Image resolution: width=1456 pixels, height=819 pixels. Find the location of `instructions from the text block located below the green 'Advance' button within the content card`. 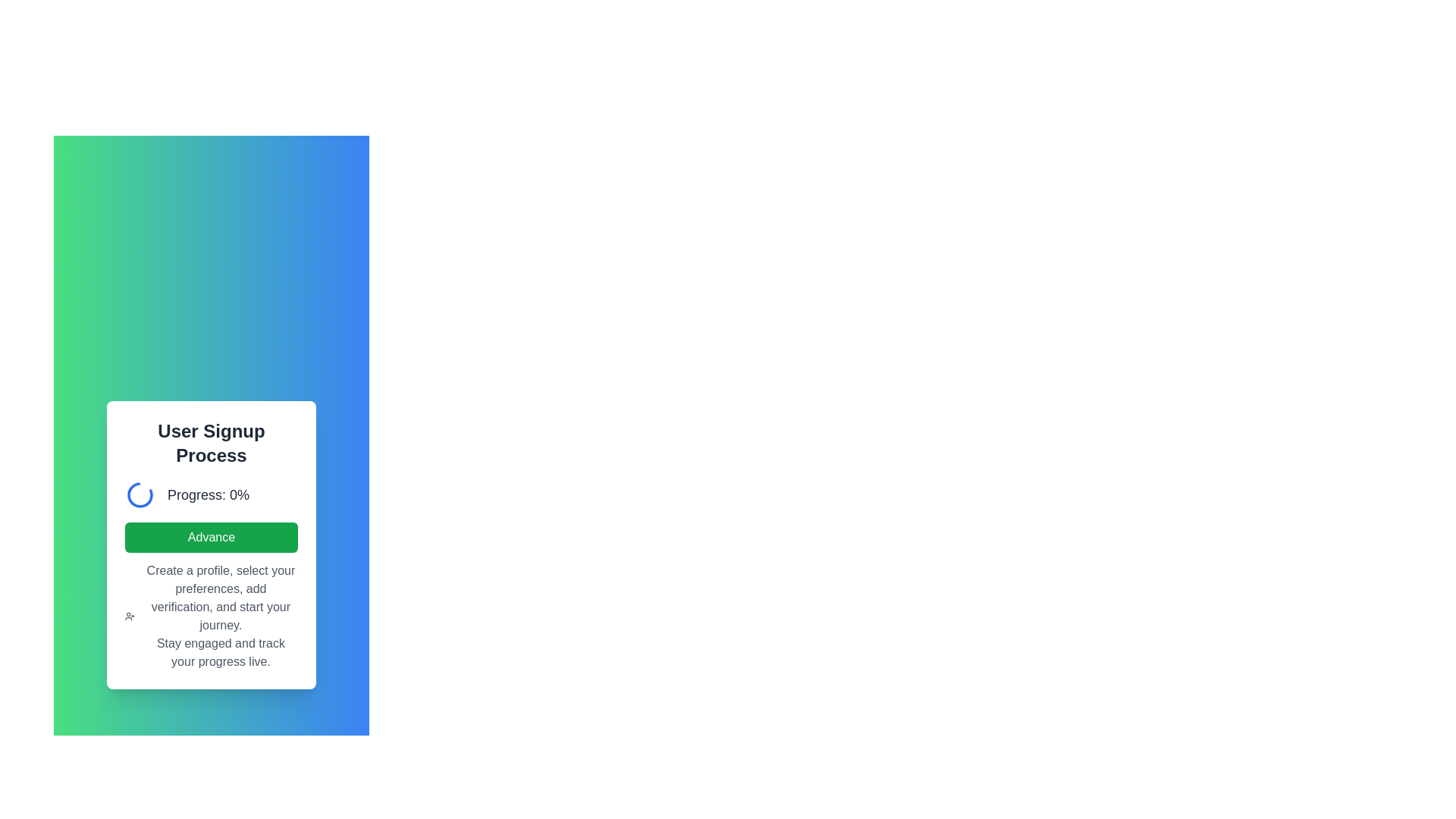

instructions from the text block located below the green 'Advance' button within the content card is located at coordinates (210, 617).